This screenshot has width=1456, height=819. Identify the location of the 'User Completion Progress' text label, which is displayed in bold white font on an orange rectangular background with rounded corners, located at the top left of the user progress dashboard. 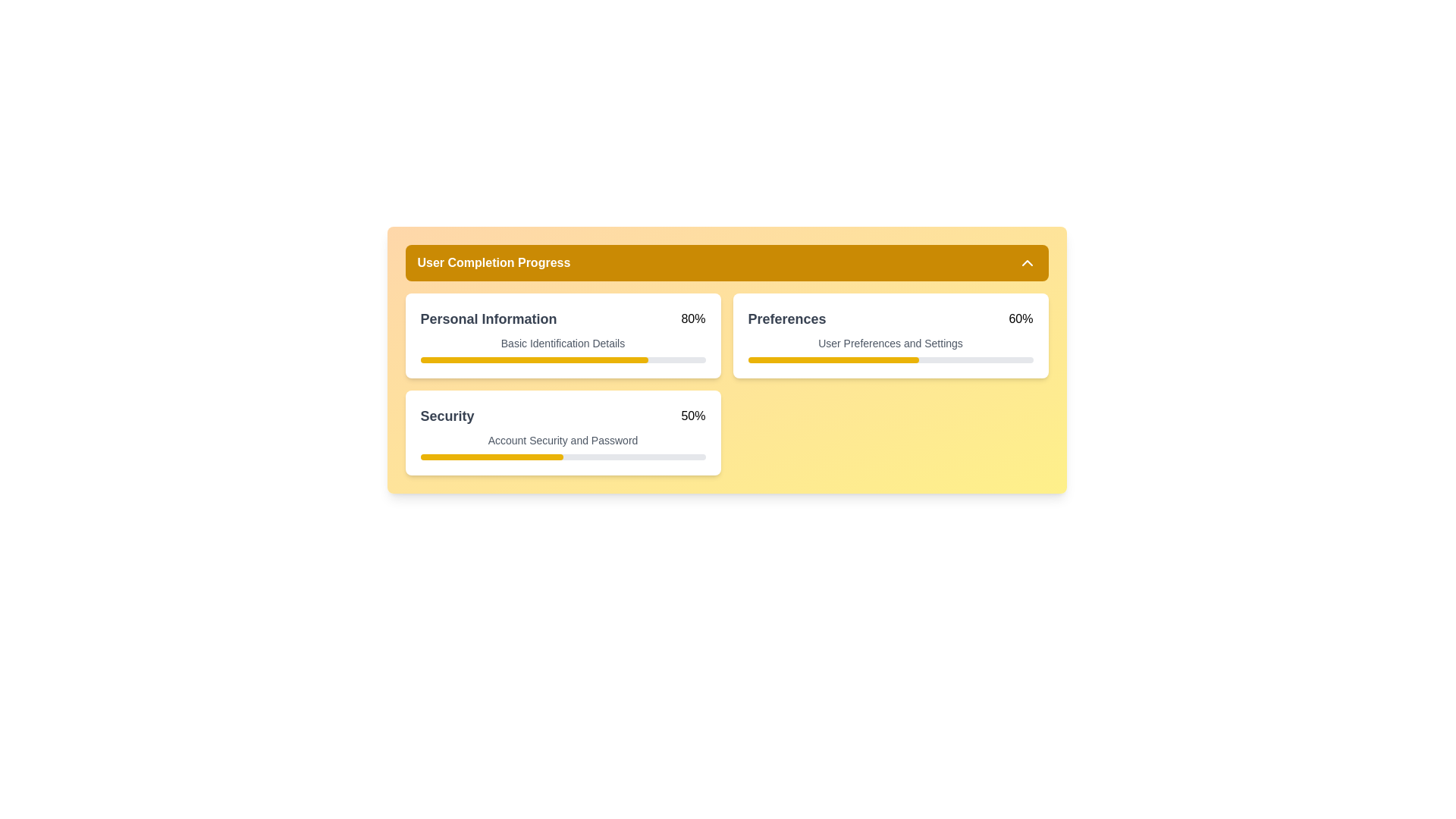
(494, 262).